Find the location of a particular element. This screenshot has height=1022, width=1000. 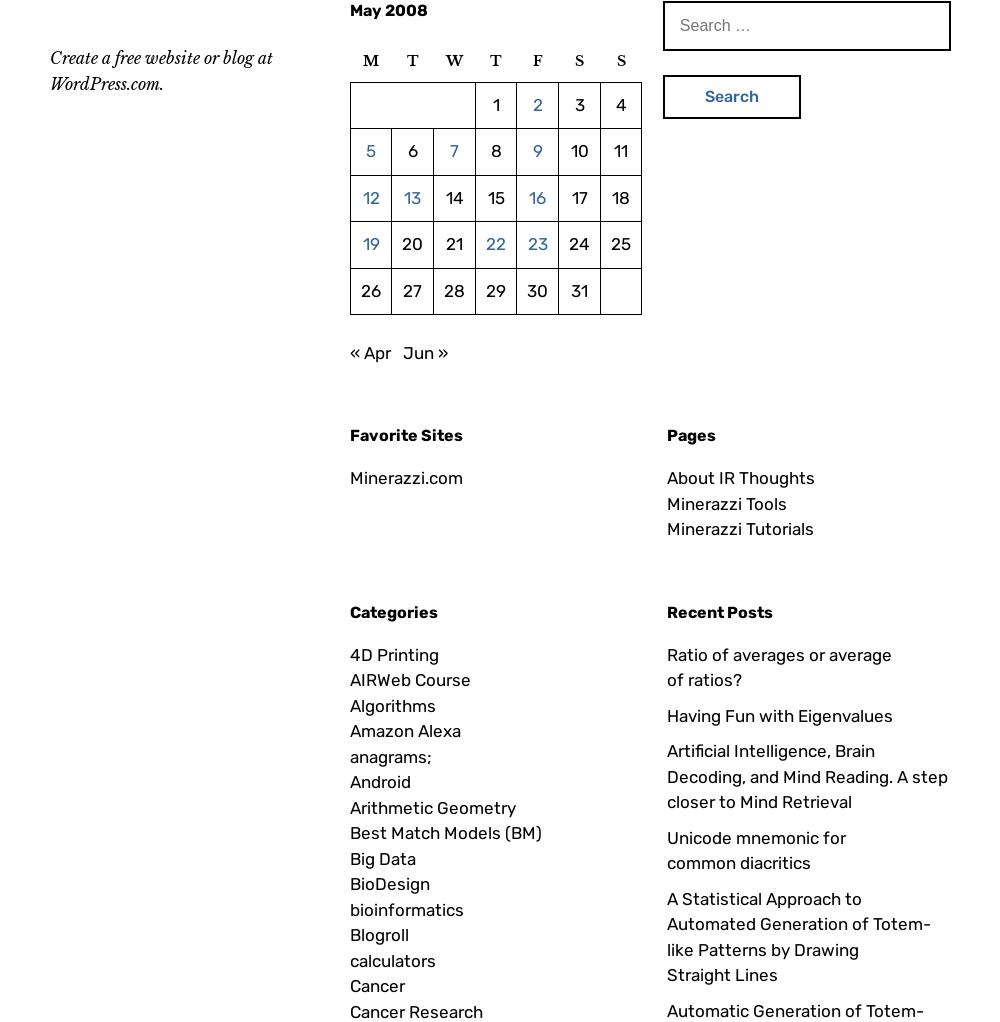

'Big Data' is located at coordinates (383, 857).